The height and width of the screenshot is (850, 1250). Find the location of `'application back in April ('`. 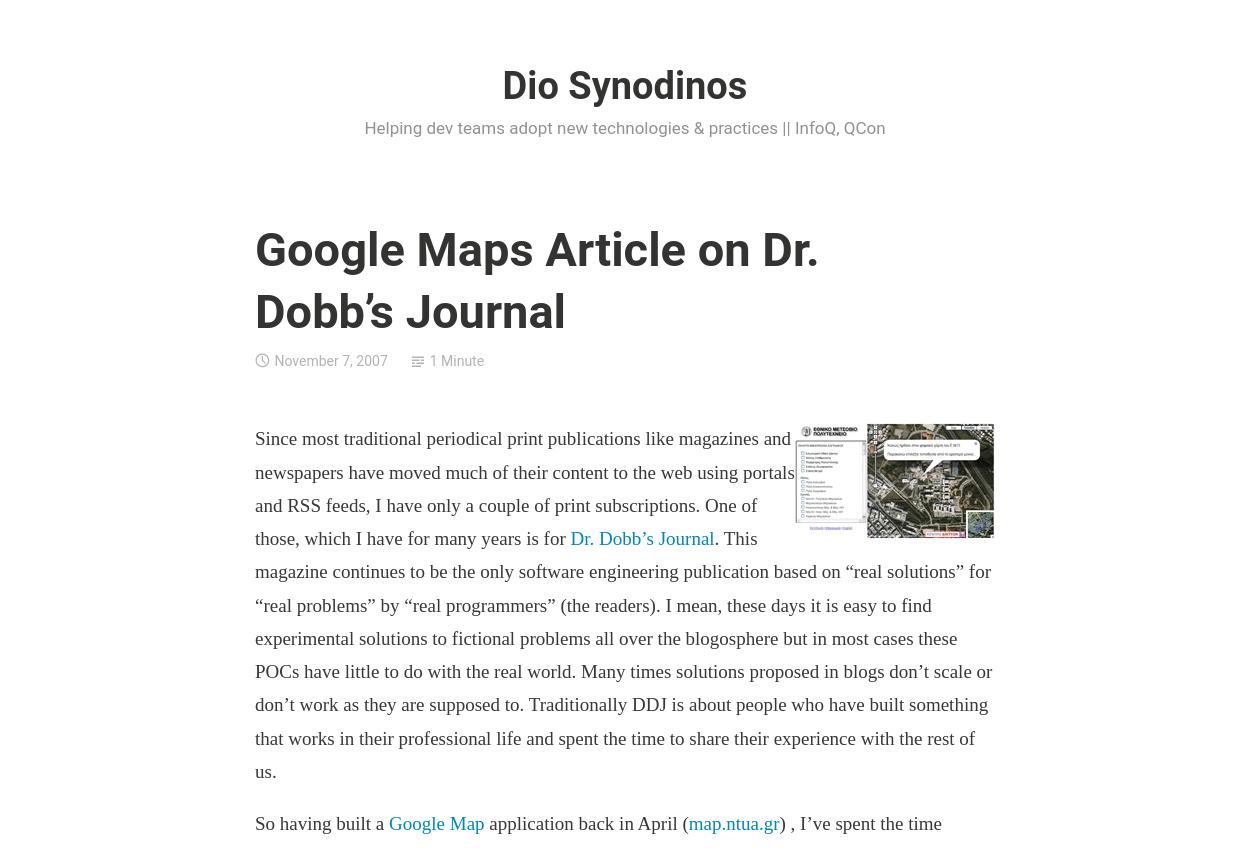

'application back in April (' is located at coordinates (585, 823).